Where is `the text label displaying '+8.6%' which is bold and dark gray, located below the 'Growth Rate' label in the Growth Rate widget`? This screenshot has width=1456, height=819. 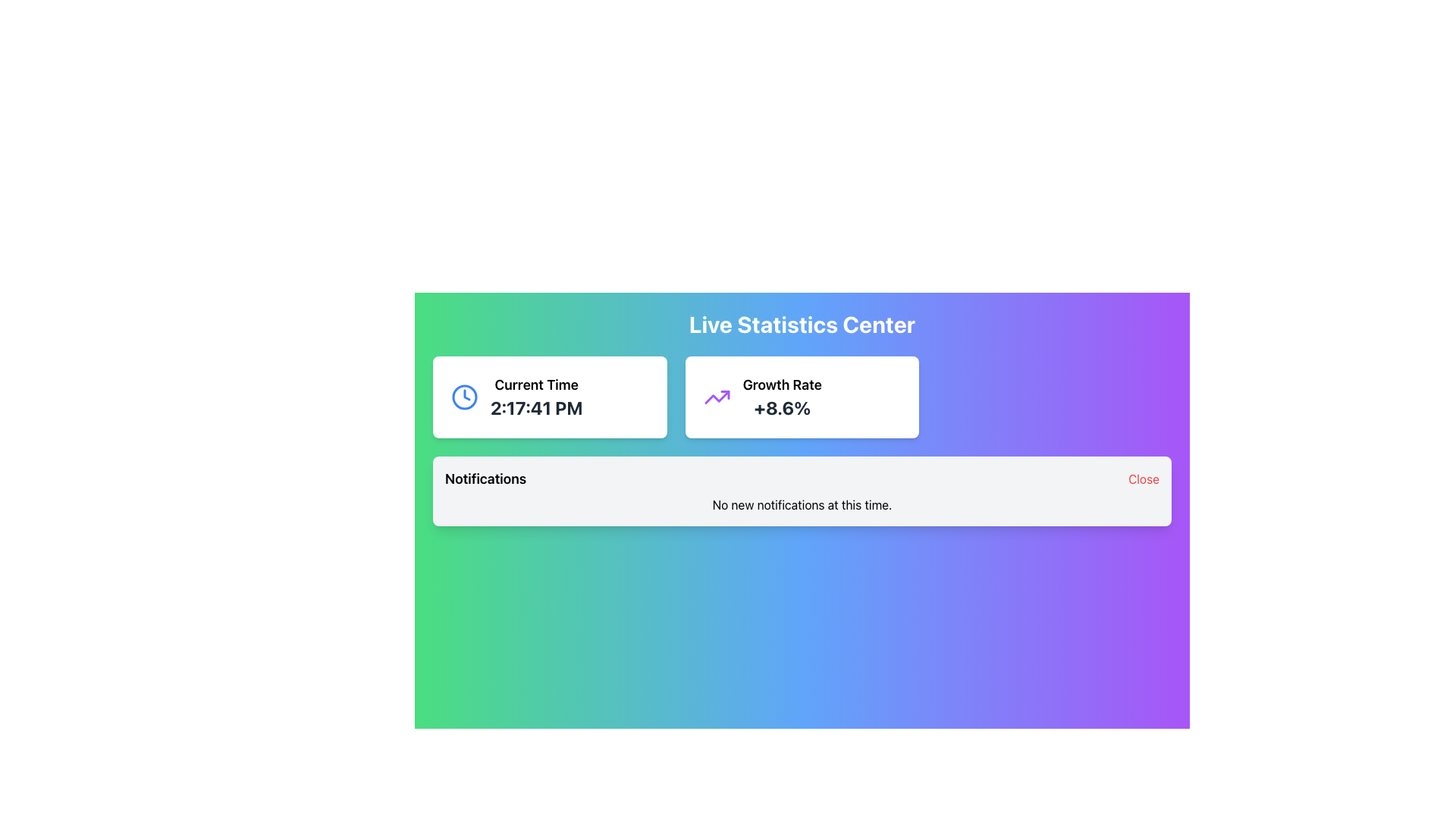
the text label displaying '+8.6%' which is bold and dark gray, located below the 'Growth Rate' label in the Growth Rate widget is located at coordinates (782, 406).